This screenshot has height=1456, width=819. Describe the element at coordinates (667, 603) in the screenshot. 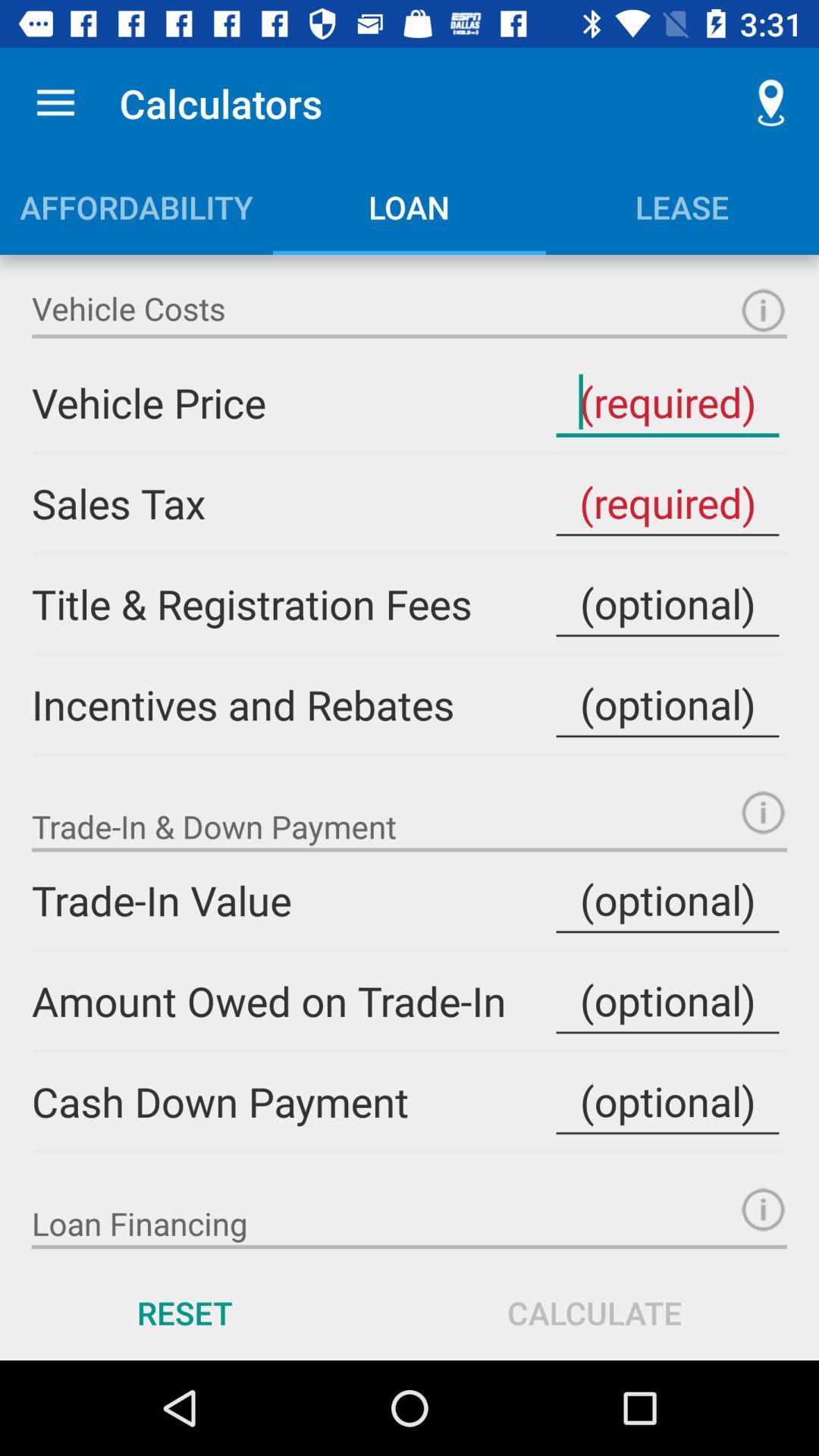

I see `activate textbox` at that location.